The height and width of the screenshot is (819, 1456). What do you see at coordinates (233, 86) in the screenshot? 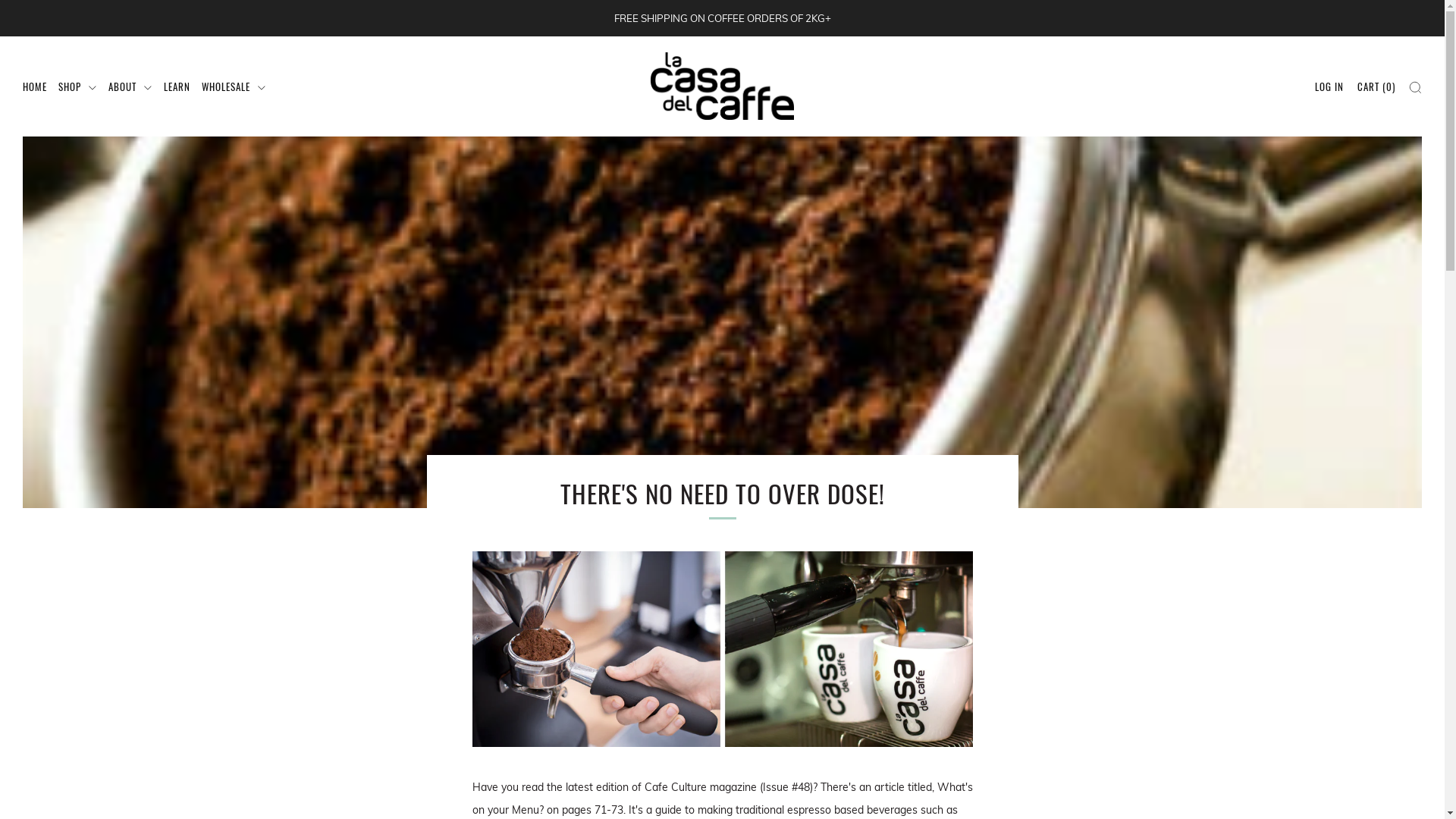
I see `'WHOLESALE'` at bounding box center [233, 86].